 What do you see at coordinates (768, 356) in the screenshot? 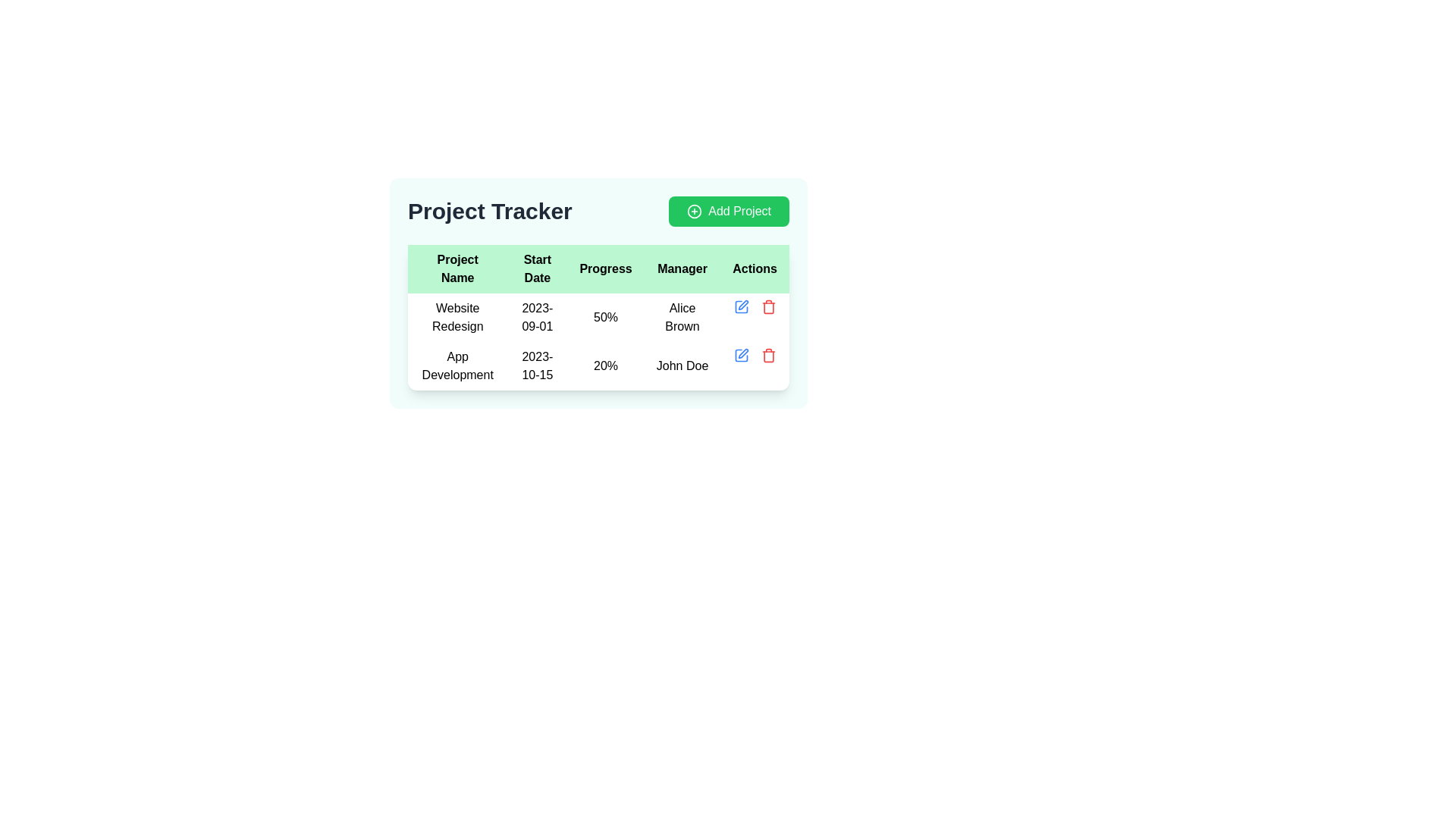
I see `the red outlined trash icon in the second row under the 'Actions' column to initiate the delete action` at bounding box center [768, 356].